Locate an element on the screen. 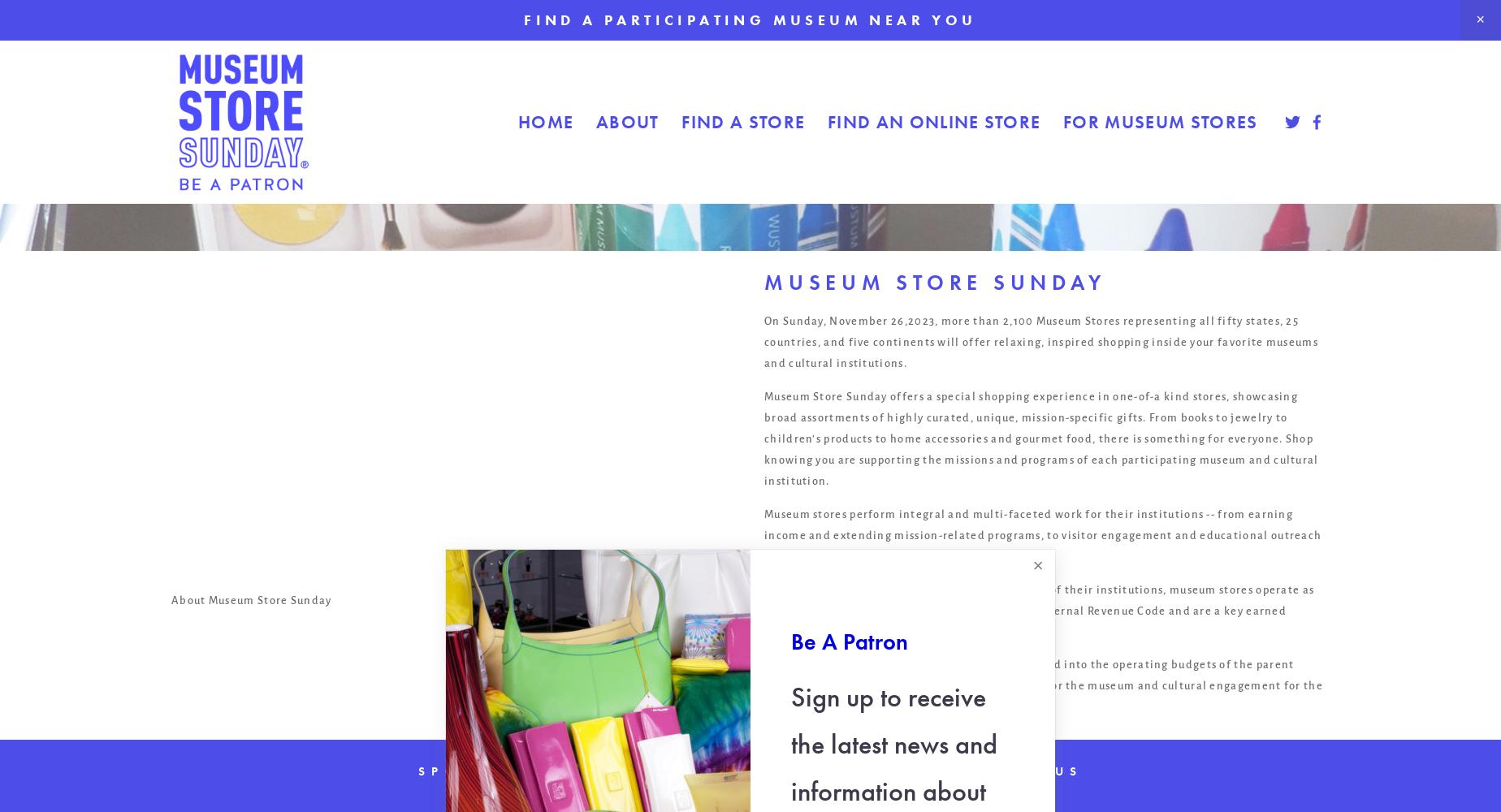 This screenshot has height=812, width=1501. 'Donate' is located at coordinates (853, 770).